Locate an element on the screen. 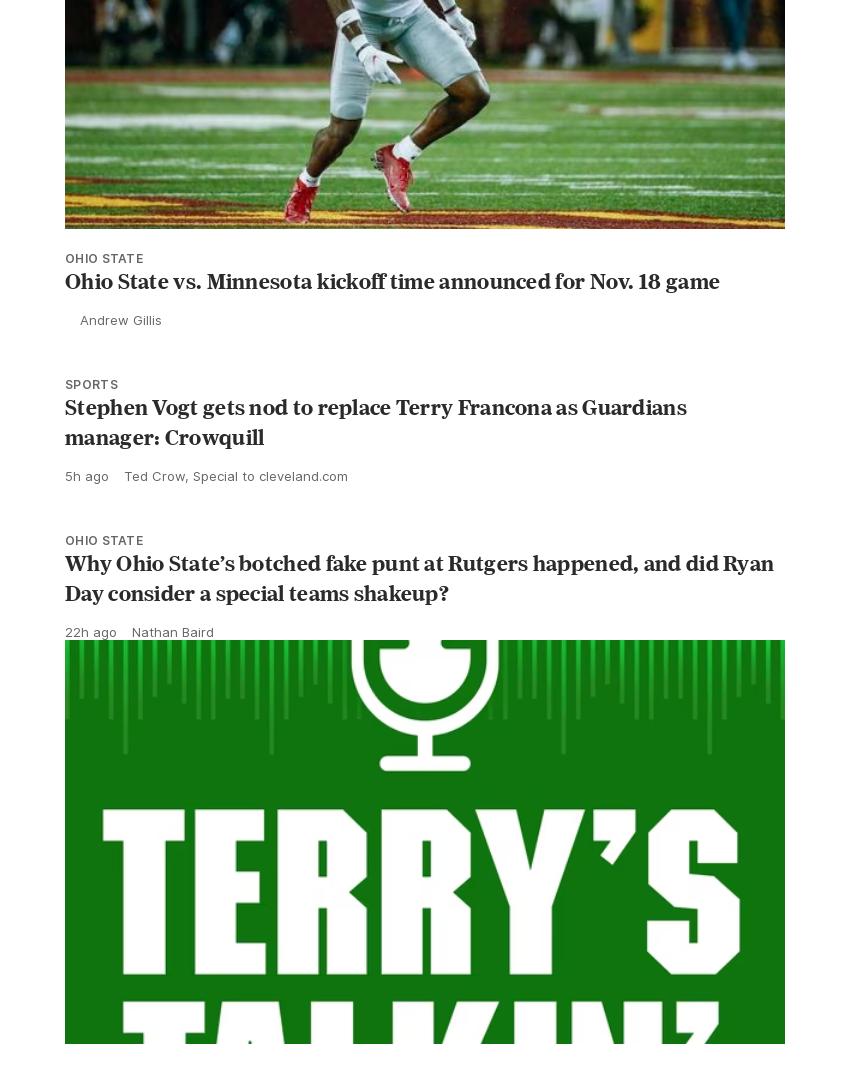  'Andrew Gillis' is located at coordinates (120, 363).